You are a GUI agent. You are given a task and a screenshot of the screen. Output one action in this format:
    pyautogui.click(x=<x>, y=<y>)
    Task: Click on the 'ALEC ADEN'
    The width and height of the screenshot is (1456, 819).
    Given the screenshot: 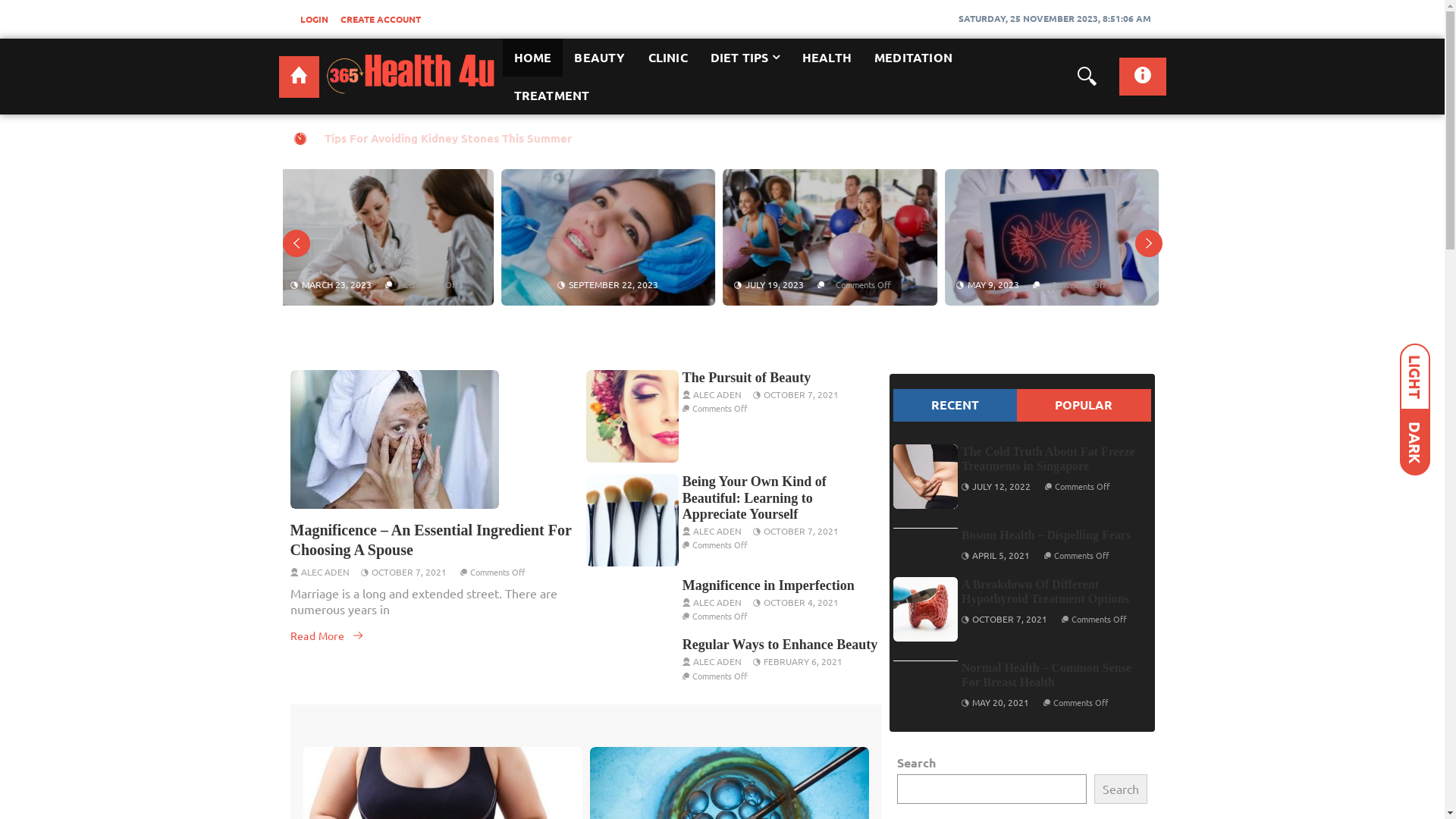 What is the action you would take?
    pyautogui.click(x=716, y=394)
    